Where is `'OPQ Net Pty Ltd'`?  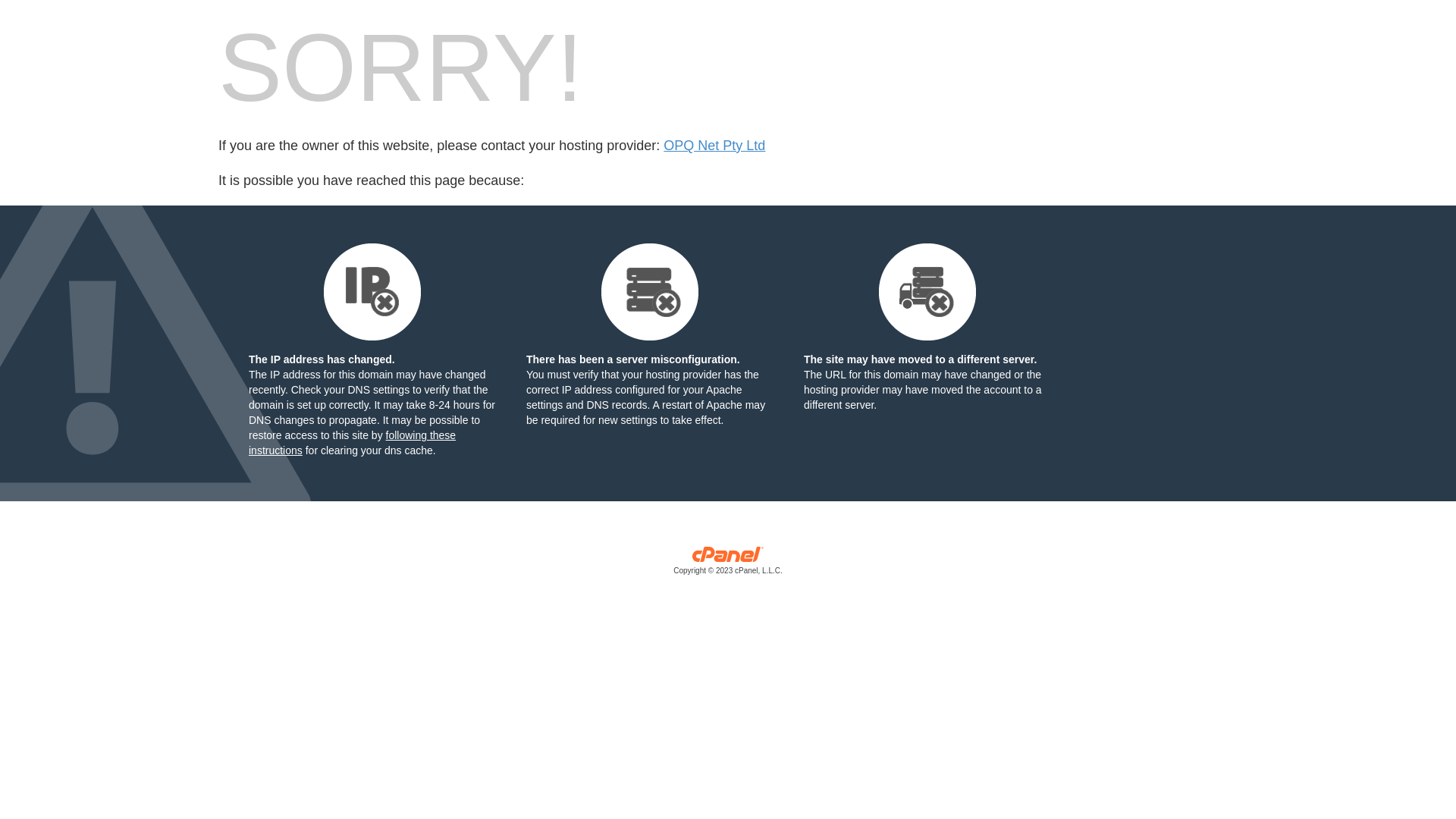
'OPQ Net Pty Ltd' is located at coordinates (663, 146).